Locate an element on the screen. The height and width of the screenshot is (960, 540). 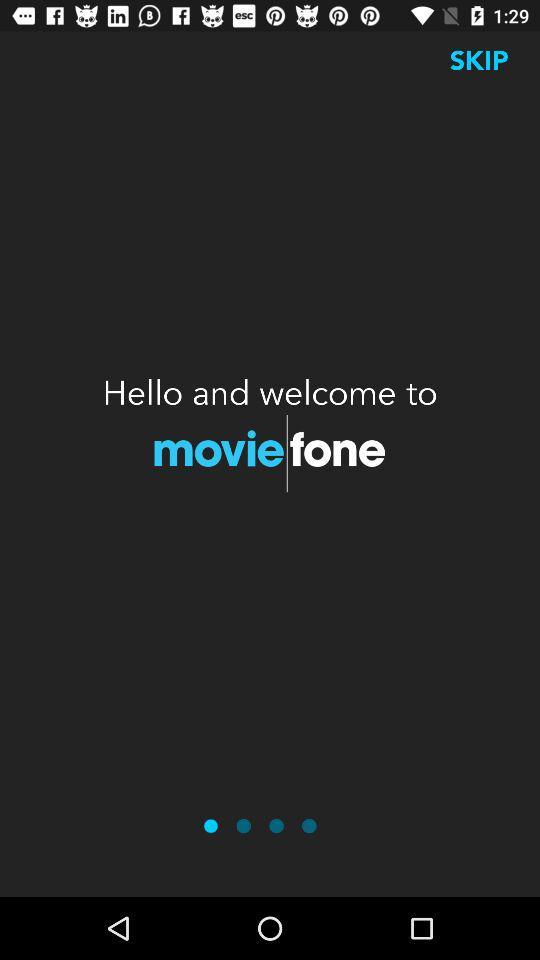
skip item is located at coordinates (478, 59).